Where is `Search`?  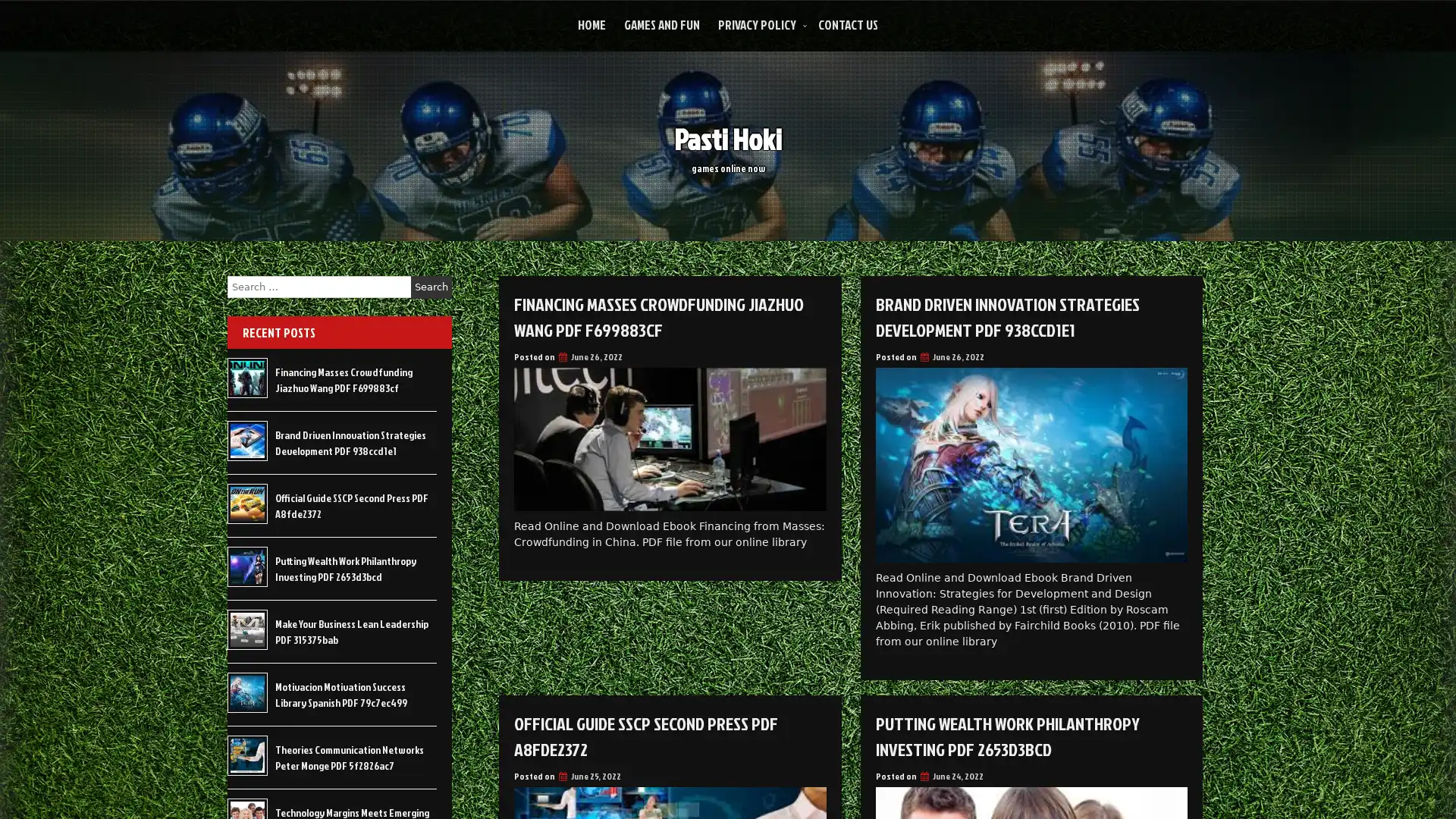 Search is located at coordinates (431, 287).